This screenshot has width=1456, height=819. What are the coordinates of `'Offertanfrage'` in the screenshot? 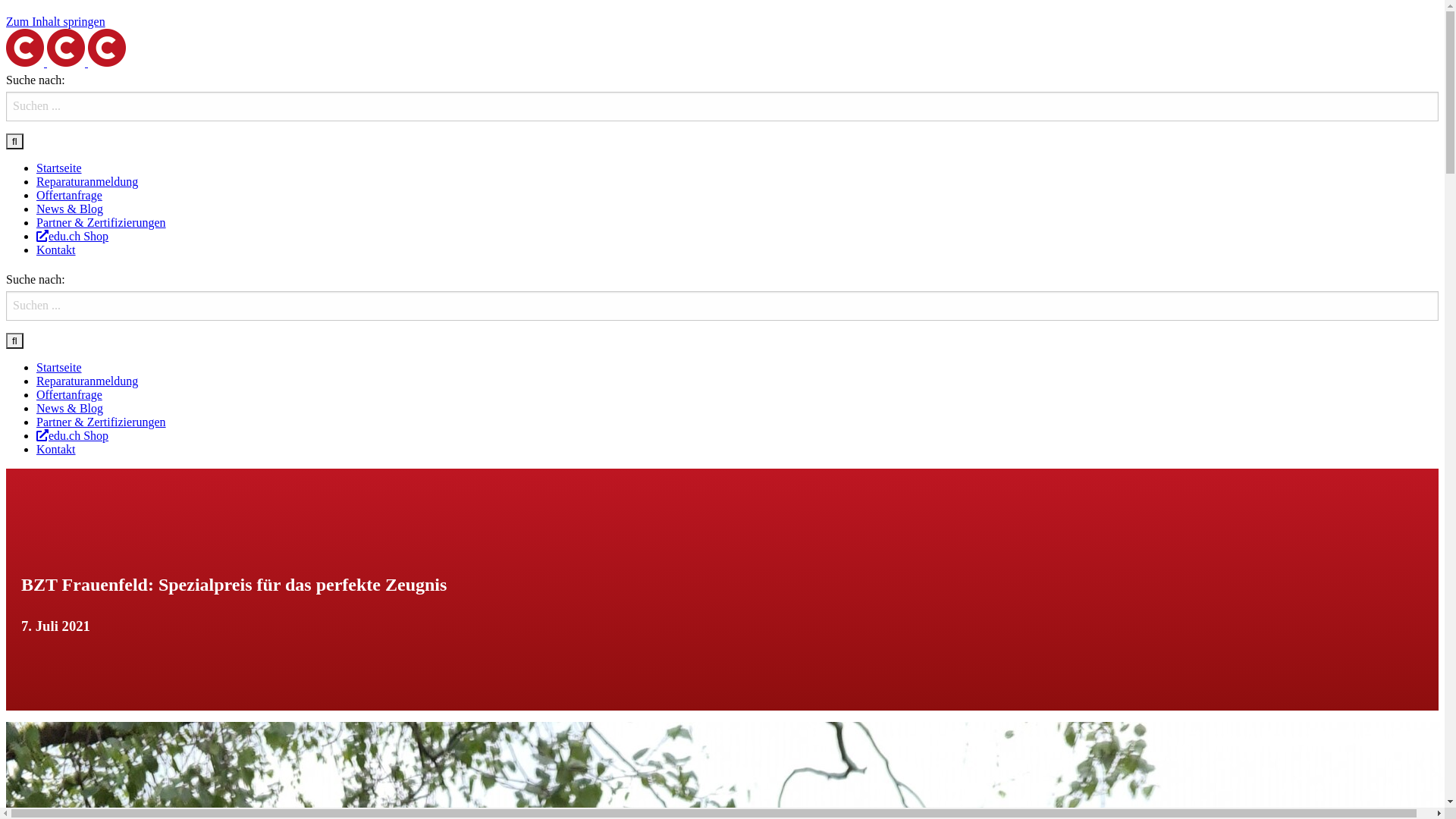 It's located at (68, 394).